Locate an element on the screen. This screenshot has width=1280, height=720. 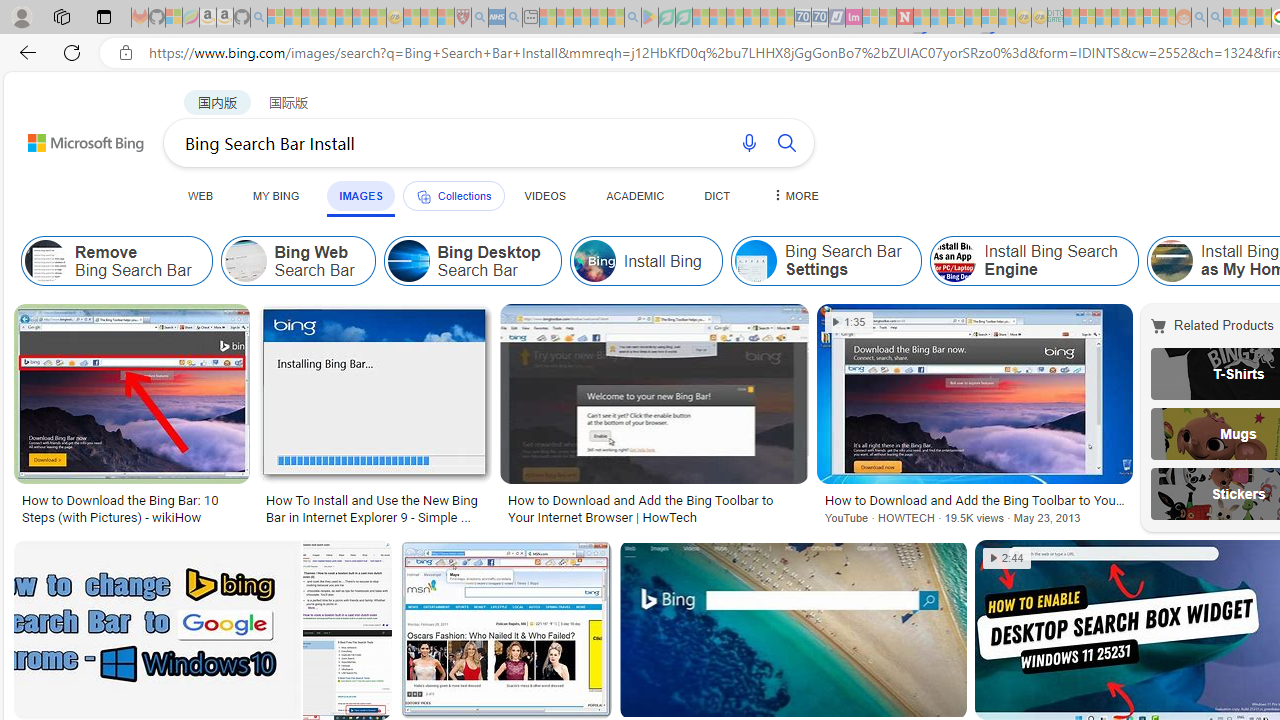
'Bing Search Bar Settings' is located at coordinates (826, 260).